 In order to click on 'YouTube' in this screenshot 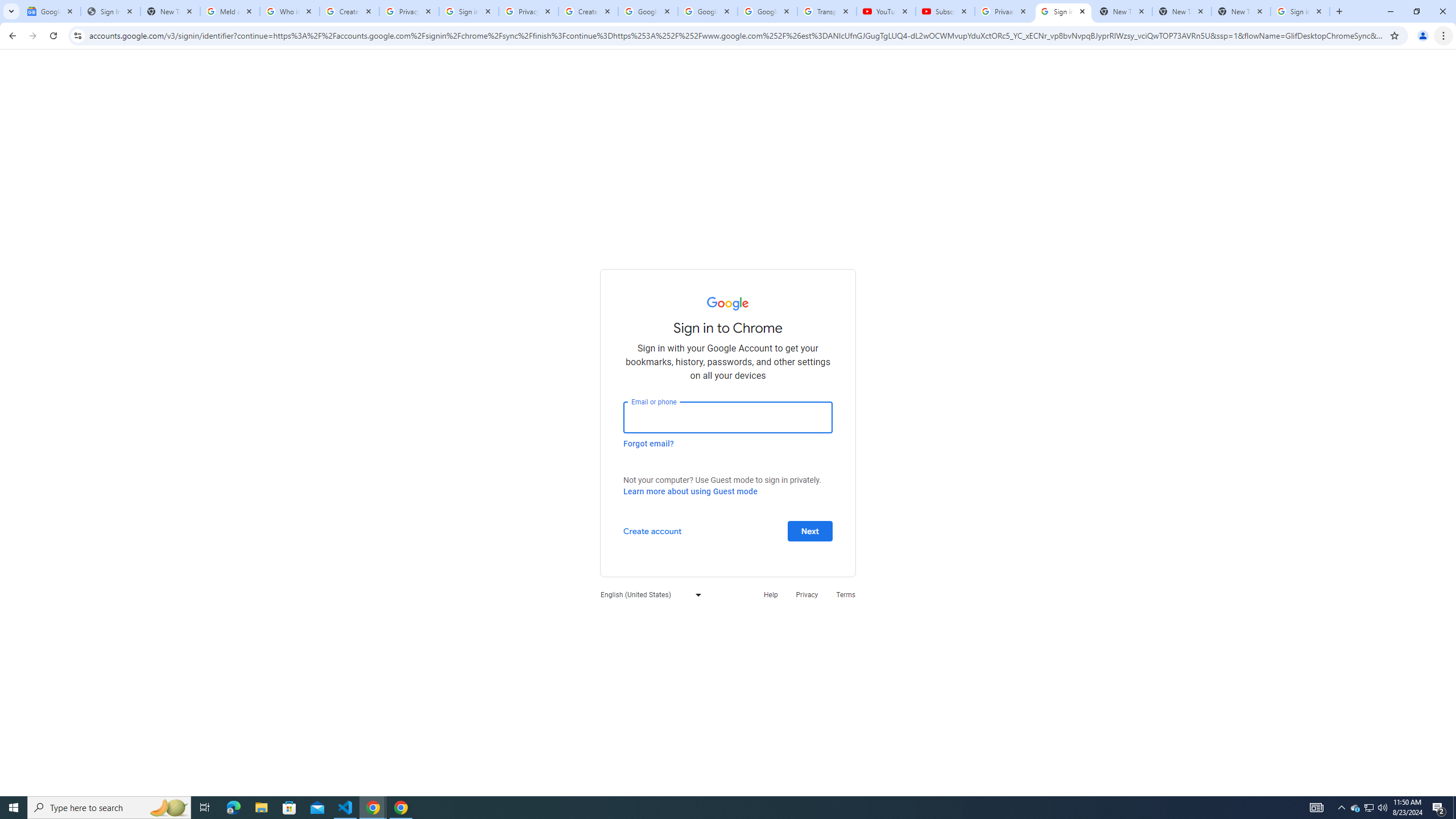, I will do `click(886, 11)`.